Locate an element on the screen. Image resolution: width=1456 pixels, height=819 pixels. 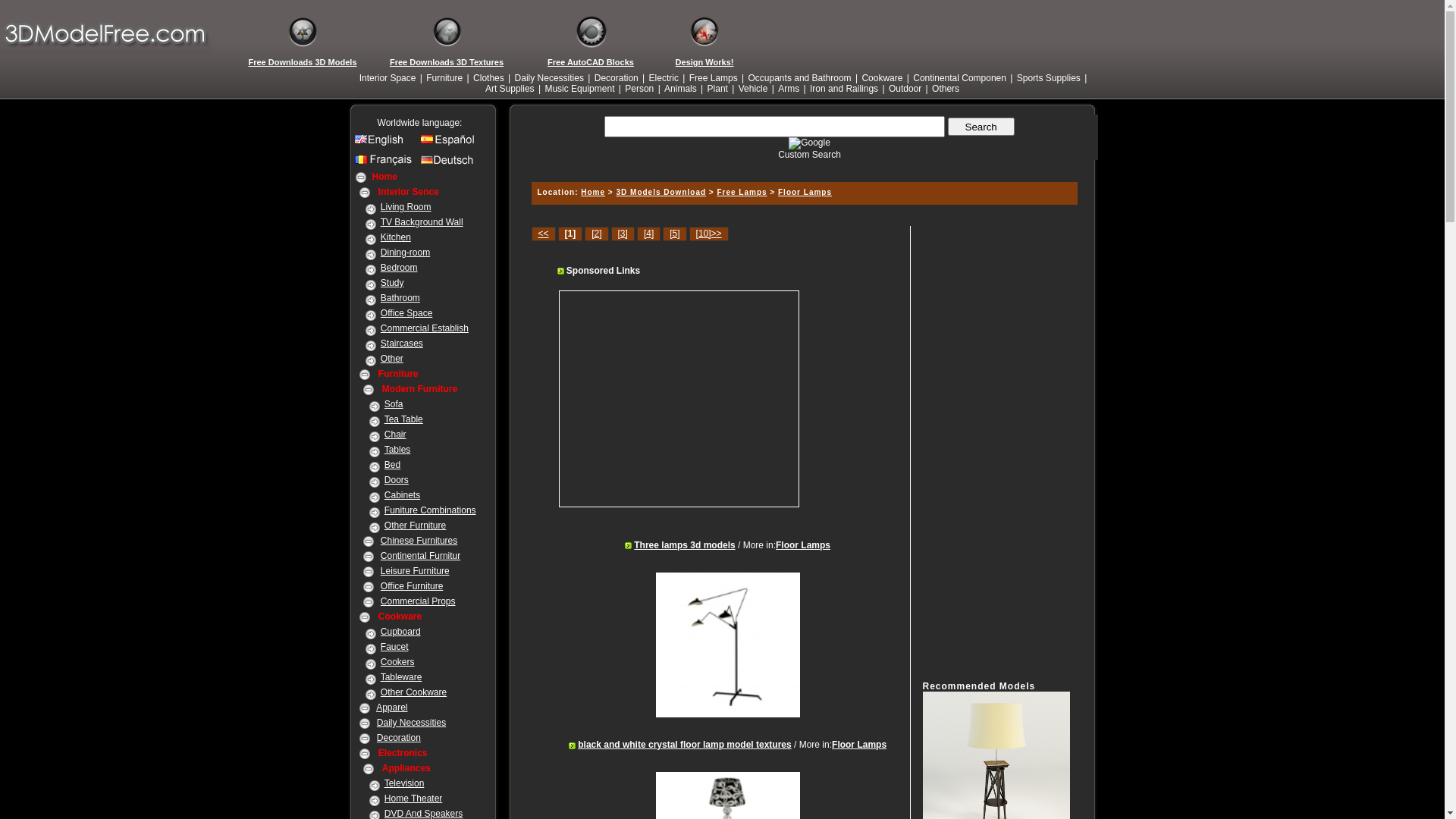
'Vehicle' is located at coordinates (753, 88).